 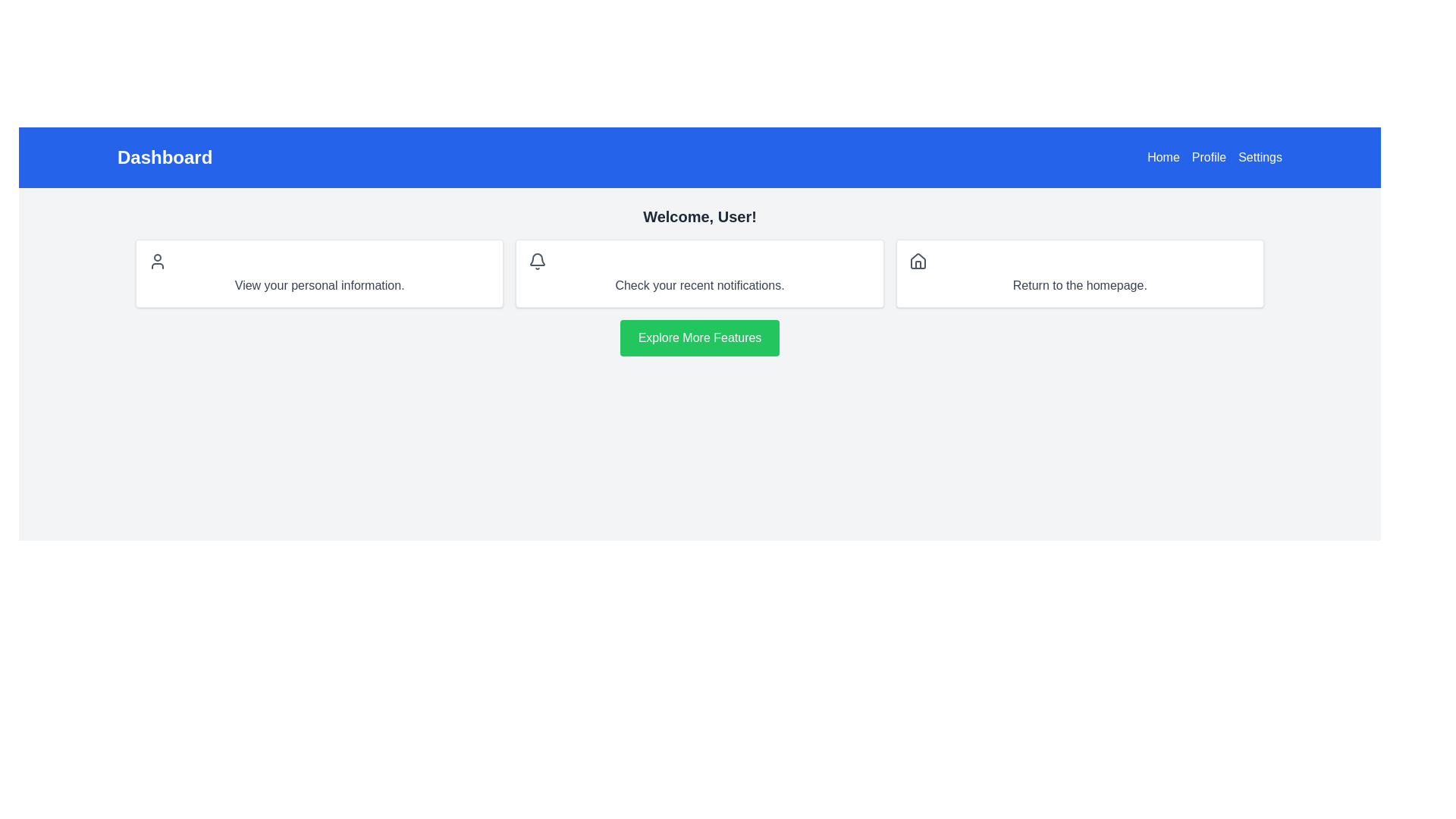 What do you see at coordinates (1260, 158) in the screenshot?
I see `the 'Settings' hyperlink located in the top-right corner of the blue navigation bar` at bounding box center [1260, 158].